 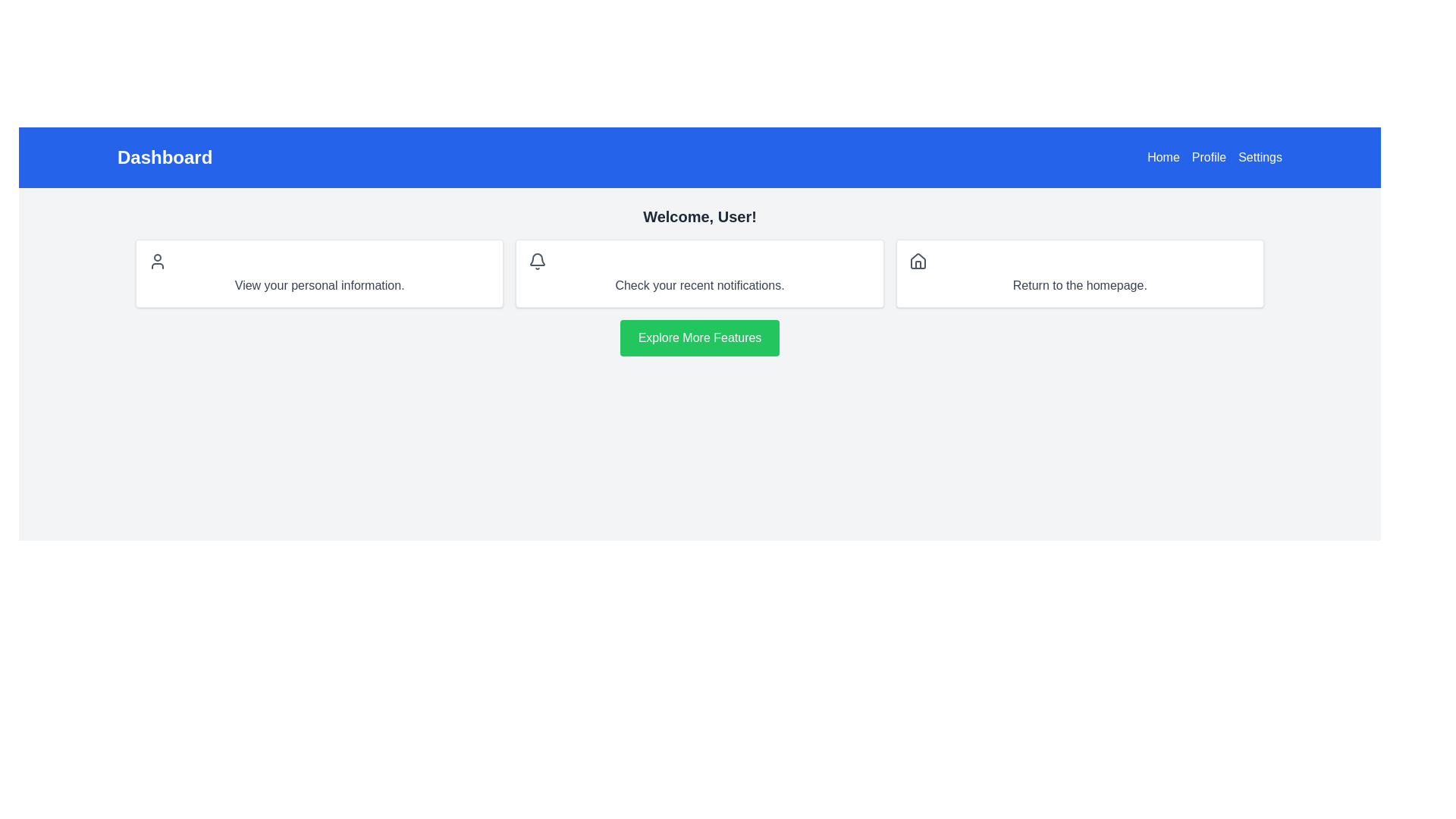 What do you see at coordinates (1260, 158) in the screenshot?
I see `the 'Settings' hyperlink located in the top-right corner of the blue navigation bar` at bounding box center [1260, 158].